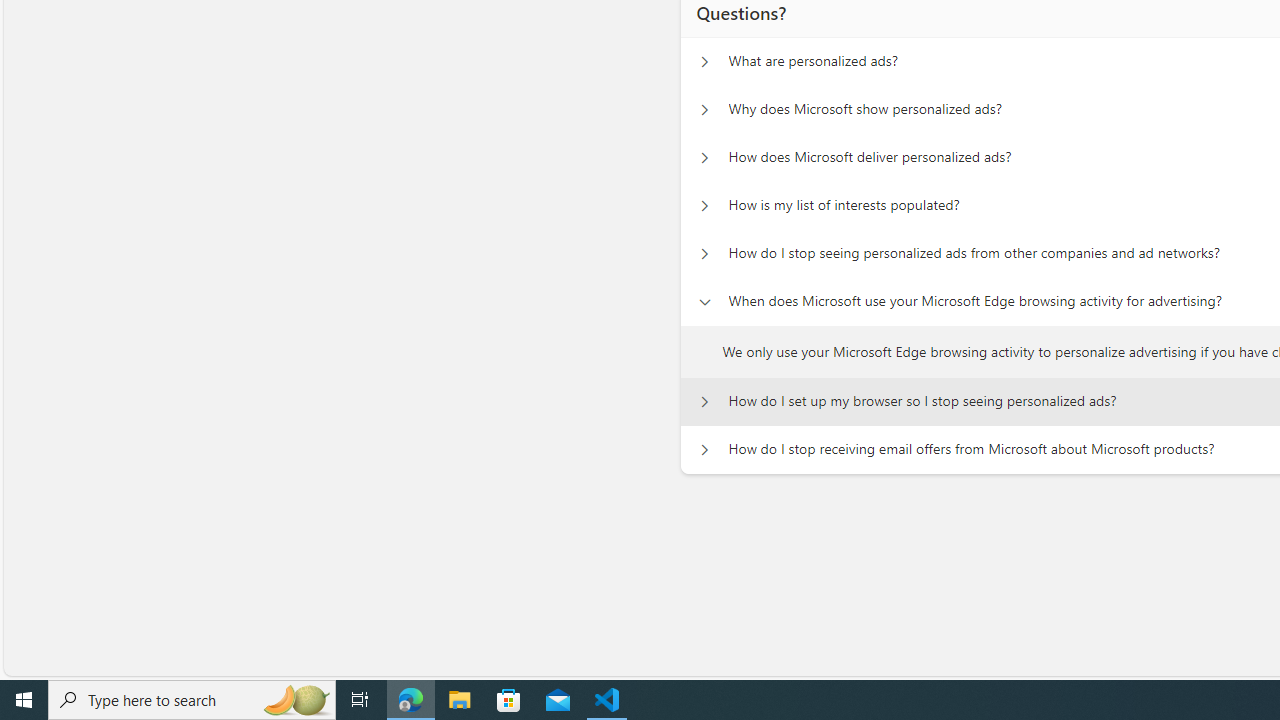  I want to click on 'Questions? What are personalized ads?', so click(704, 61).